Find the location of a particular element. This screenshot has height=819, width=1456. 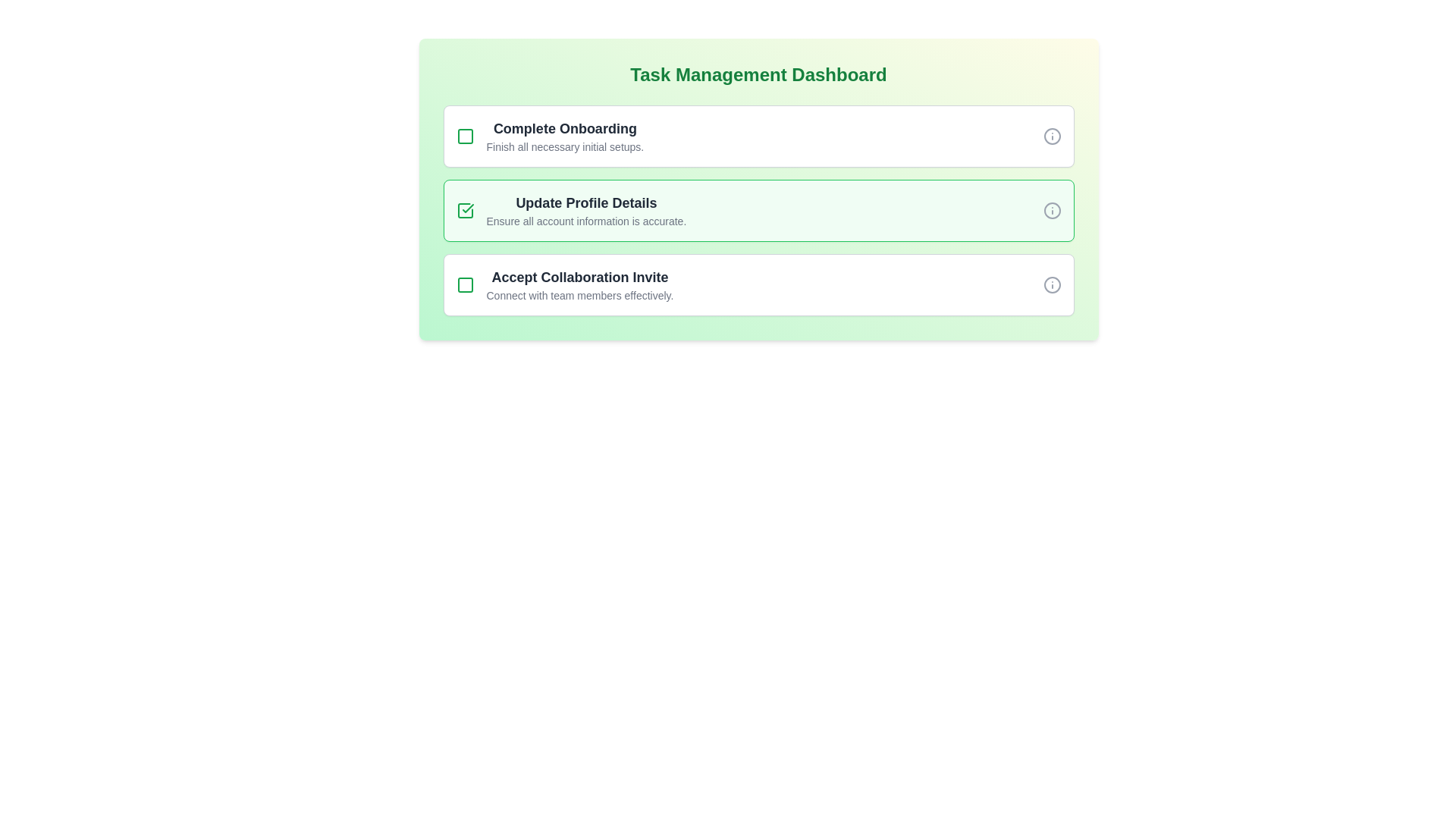

the information icon located on the far right side of the first task card in the dashboard is located at coordinates (1051, 136).